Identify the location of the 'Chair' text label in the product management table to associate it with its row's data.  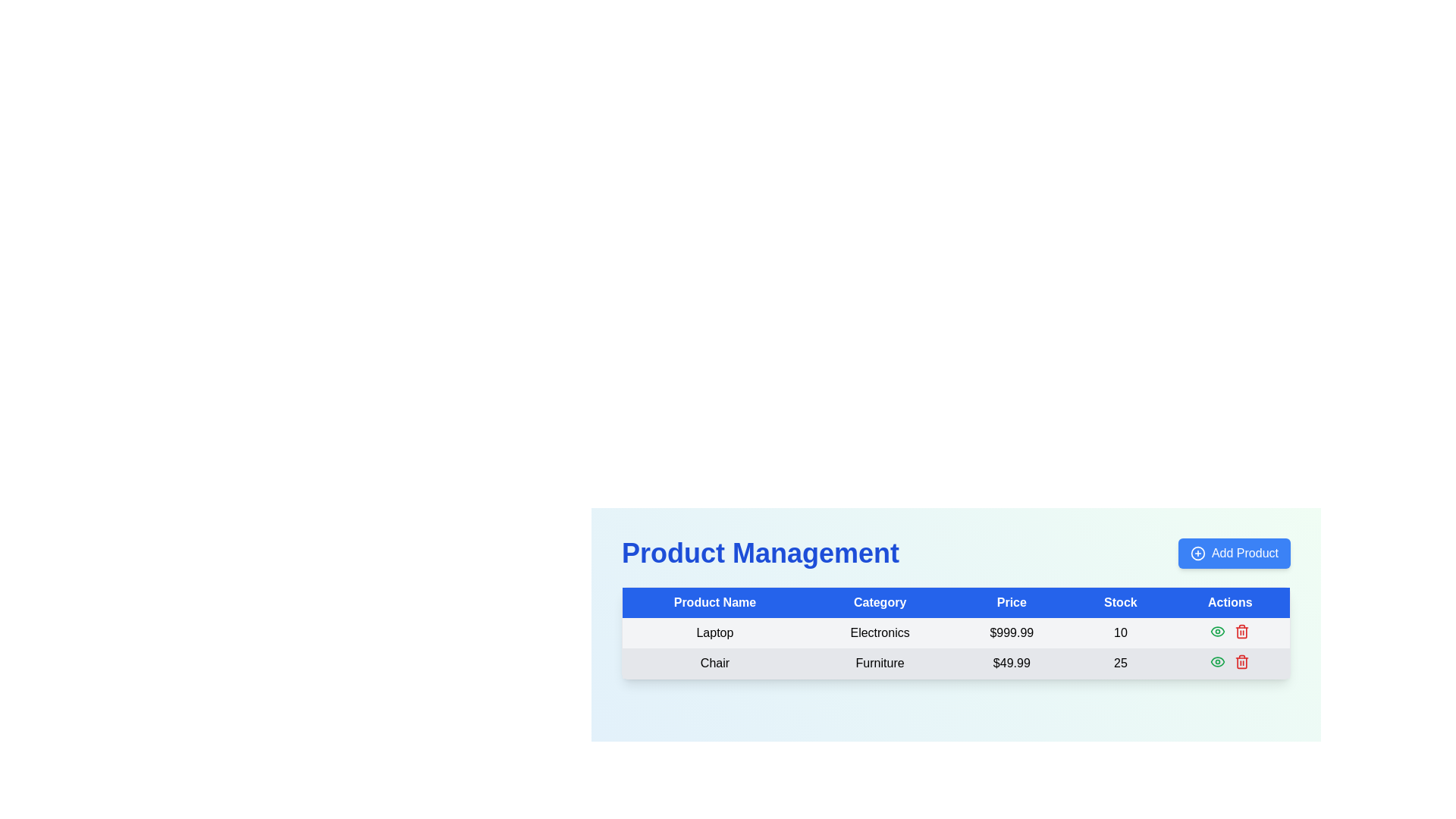
(714, 663).